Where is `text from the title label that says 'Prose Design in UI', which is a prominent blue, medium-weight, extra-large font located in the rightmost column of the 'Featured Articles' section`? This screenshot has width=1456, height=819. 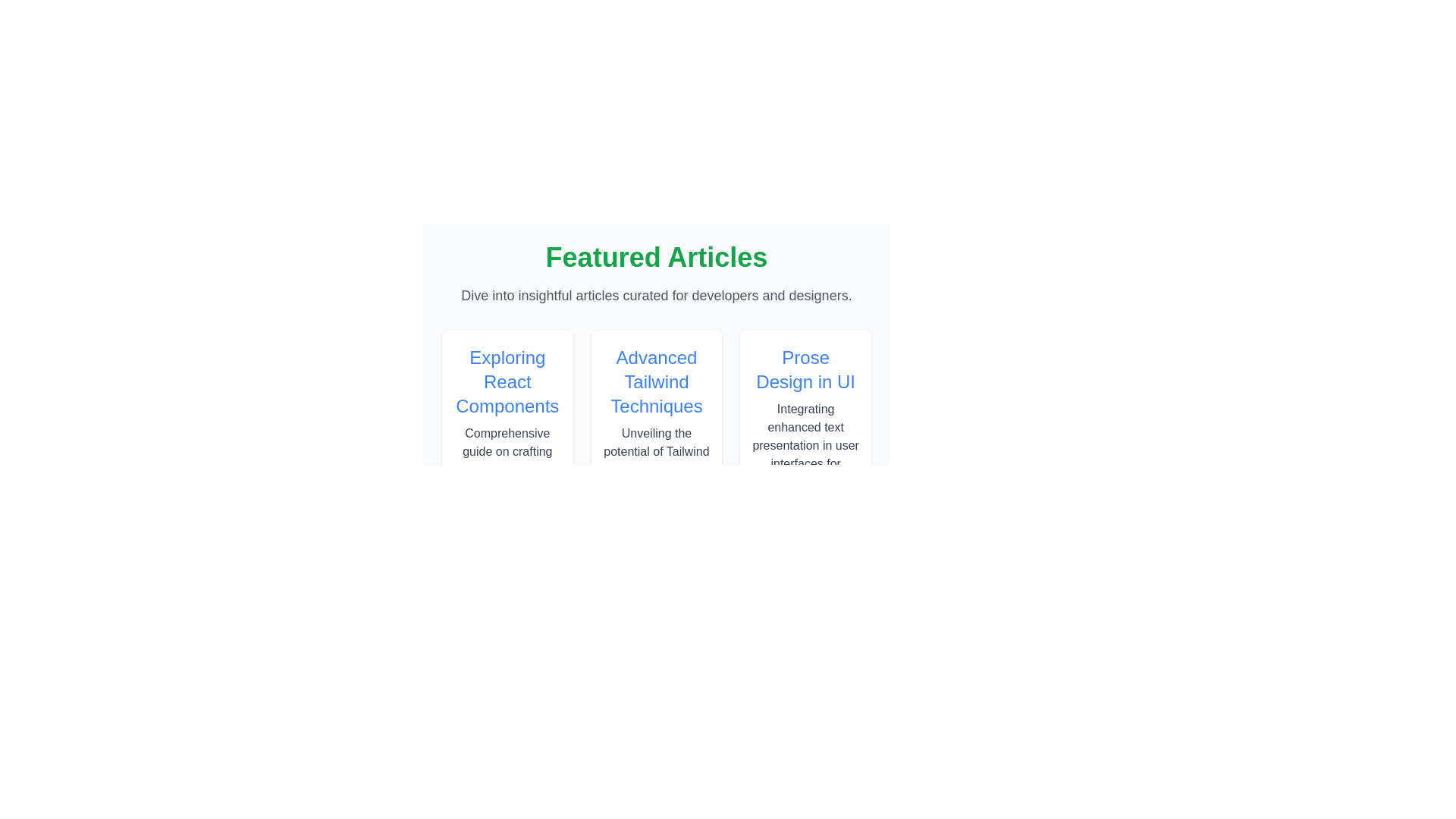
text from the title label that says 'Prose Design in UI', which is a prominent blue, medium-weight, extra-large font located in the rightmost column of the 'Featured Articles' section is located at coordinates (805, 370).